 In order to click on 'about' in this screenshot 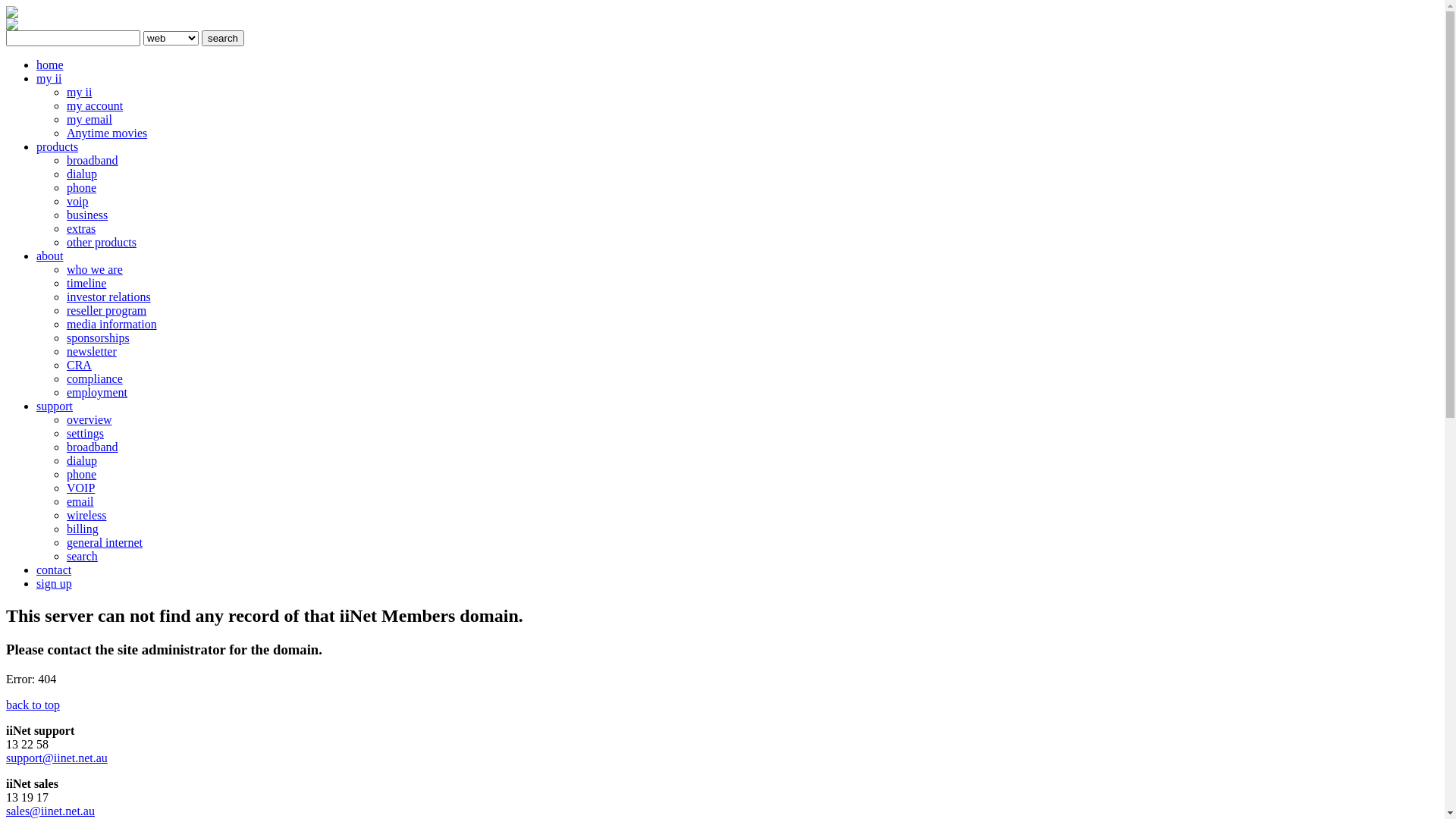, I will do `click(36, 255)`.